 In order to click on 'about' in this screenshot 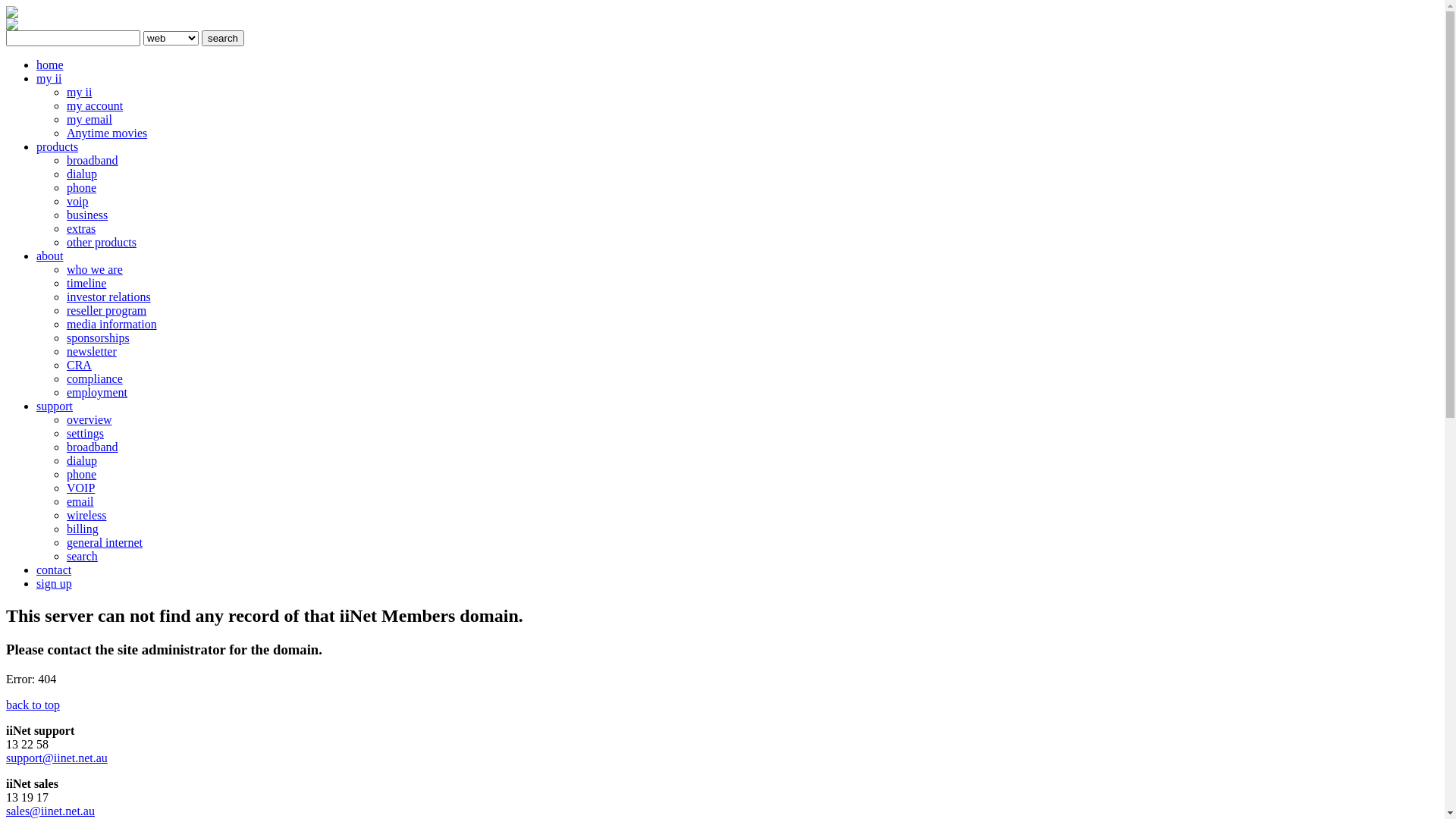, I will do `click(36, 255)`.